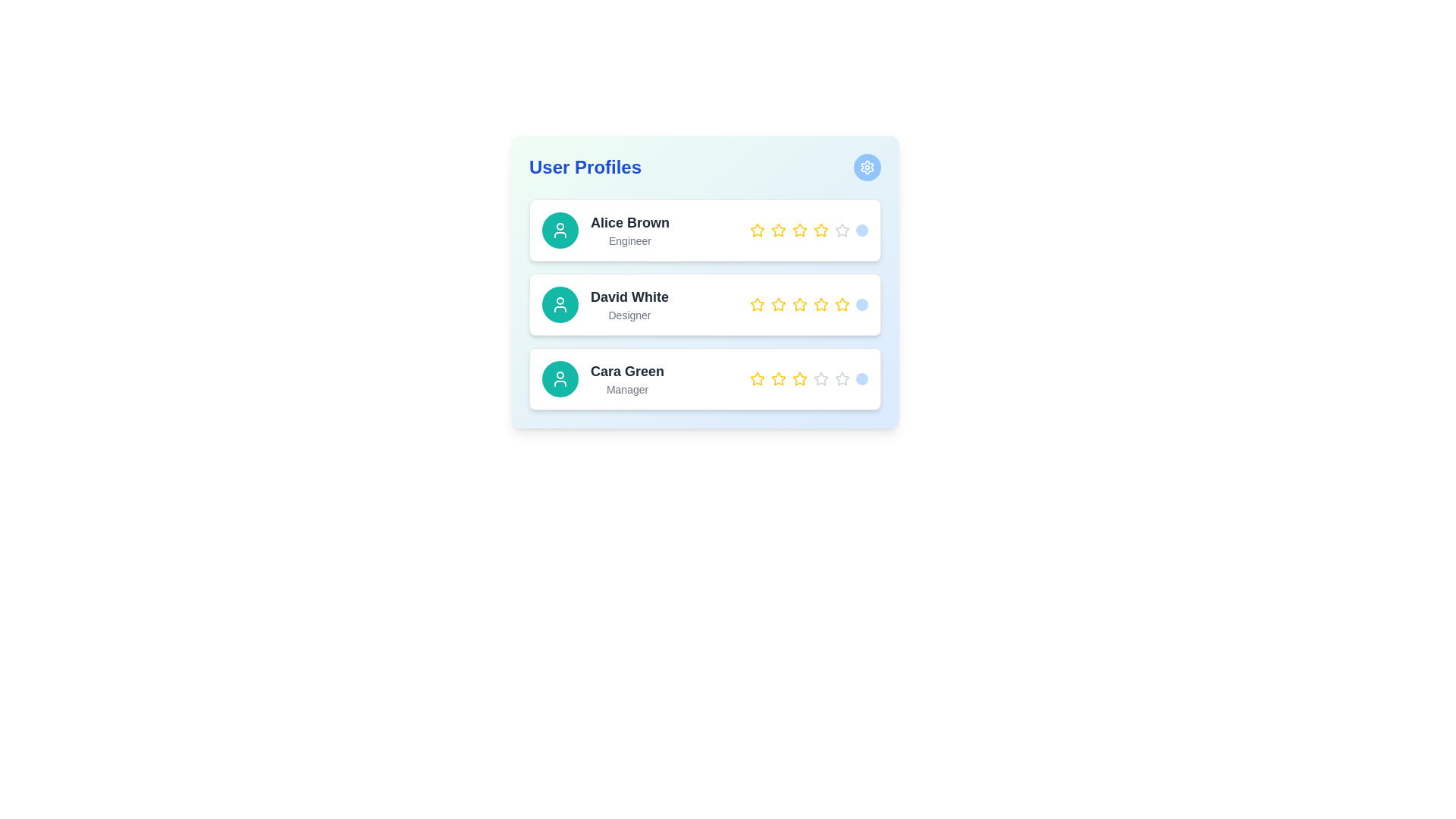 This screenshot has height=819, width=1456. I want to click on the third star-shaped icon in the rating component associated with user 'Cara Green', so click(841, 378).